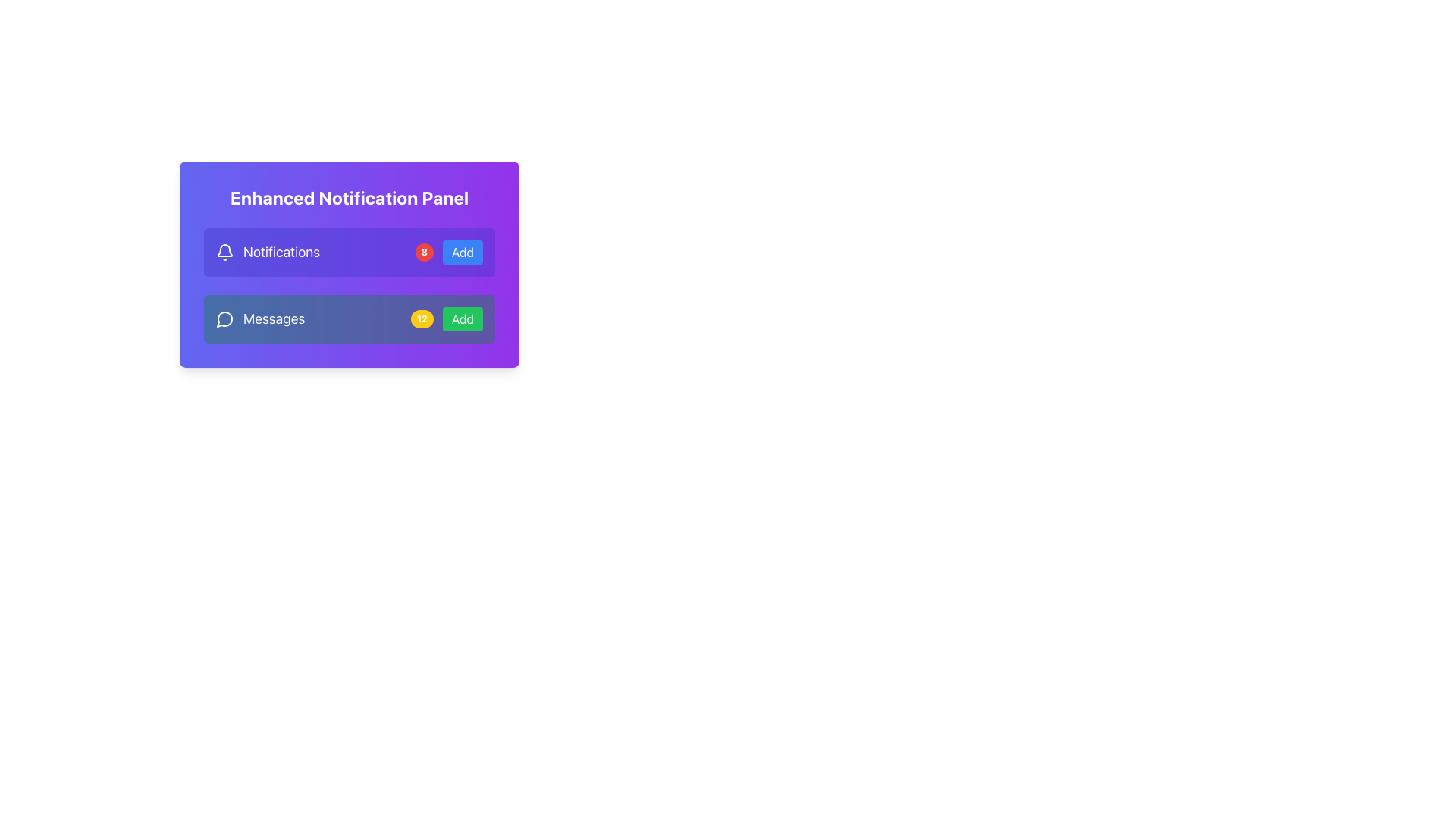  I want to click on within the Enhanced Notification Panel, so click(348, 286).